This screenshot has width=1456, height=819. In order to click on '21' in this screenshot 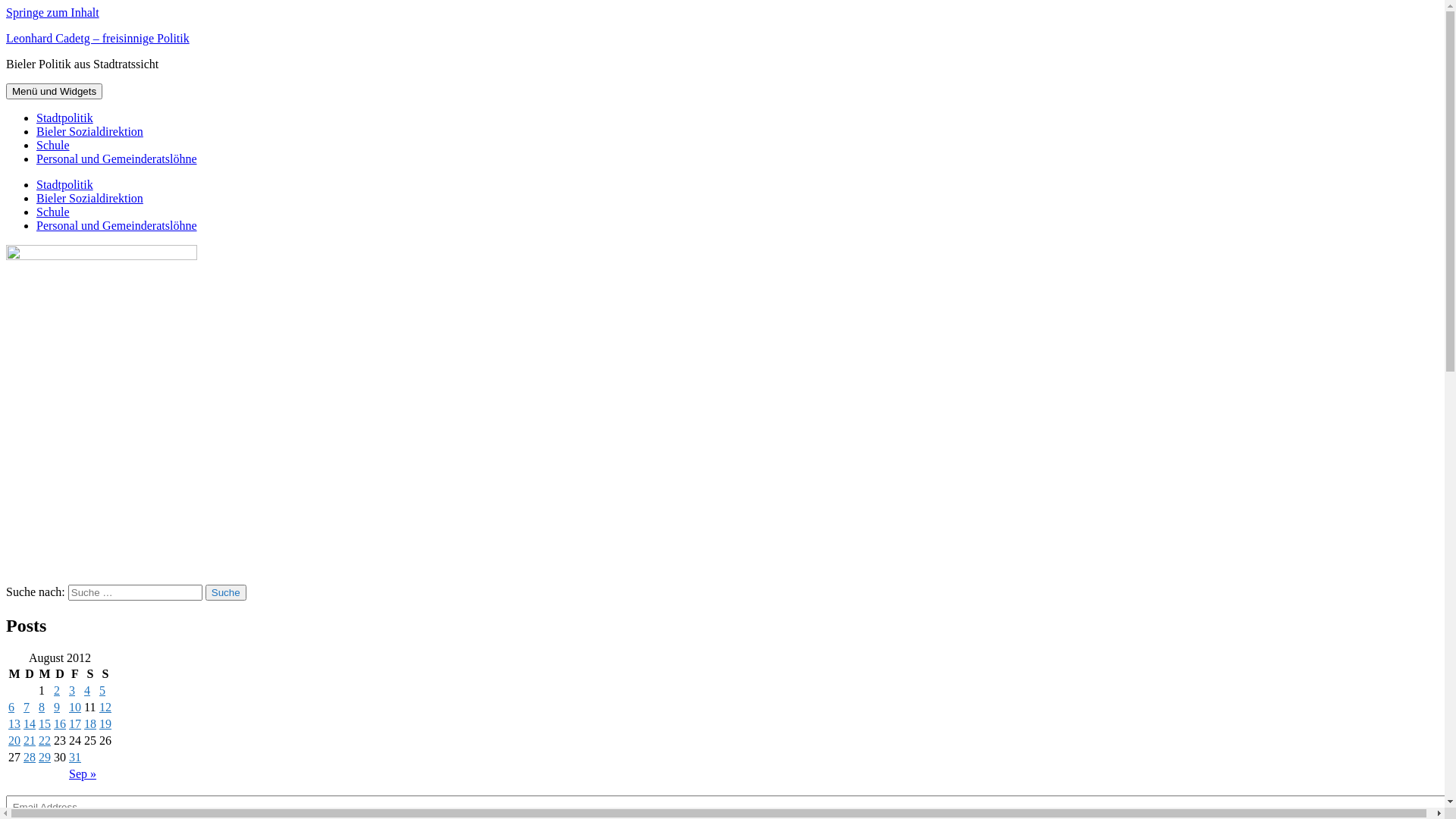, I will do `click(29, 739)`.